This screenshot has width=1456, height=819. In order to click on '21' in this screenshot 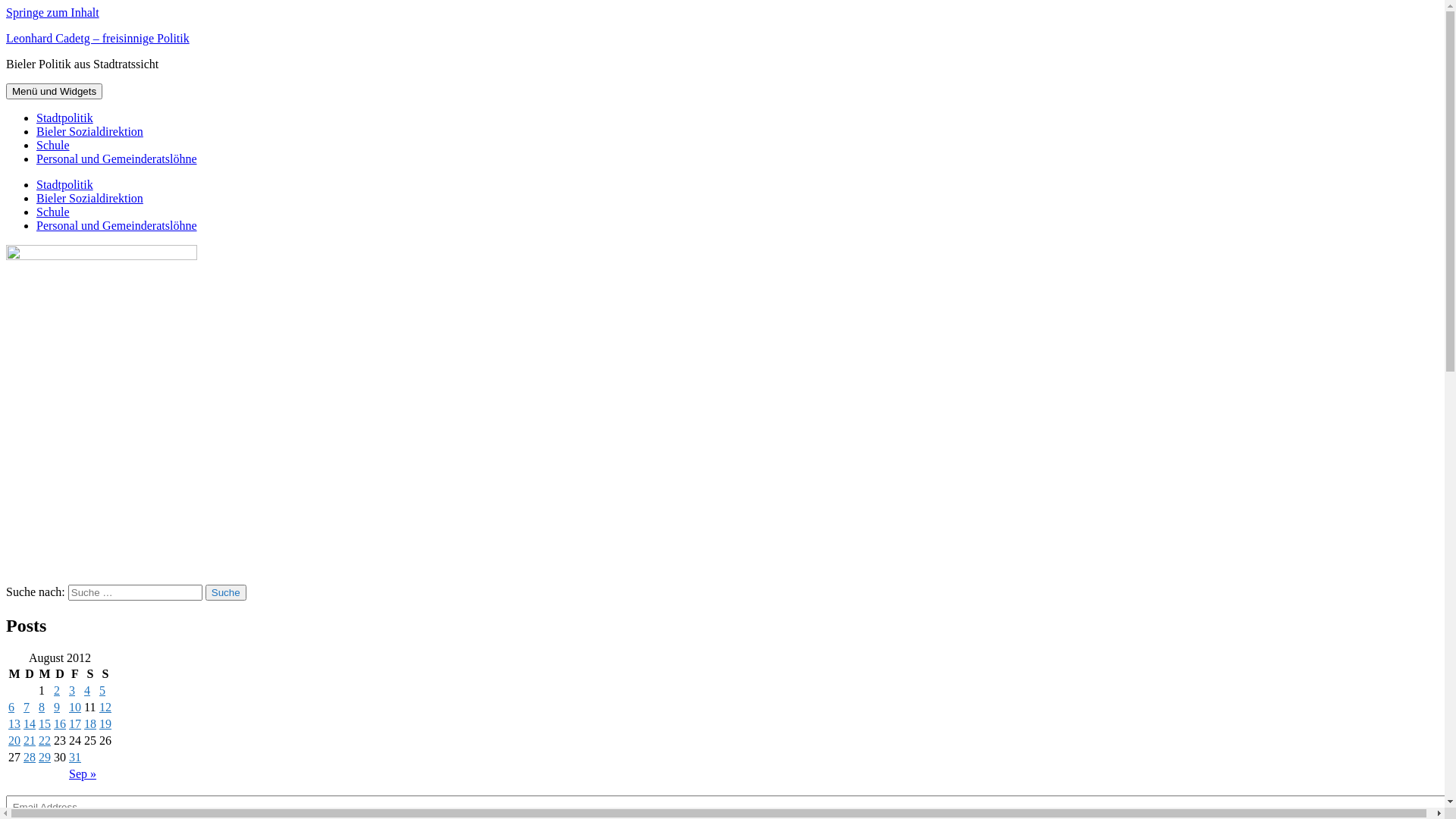, I will do `click(29, 739)`.